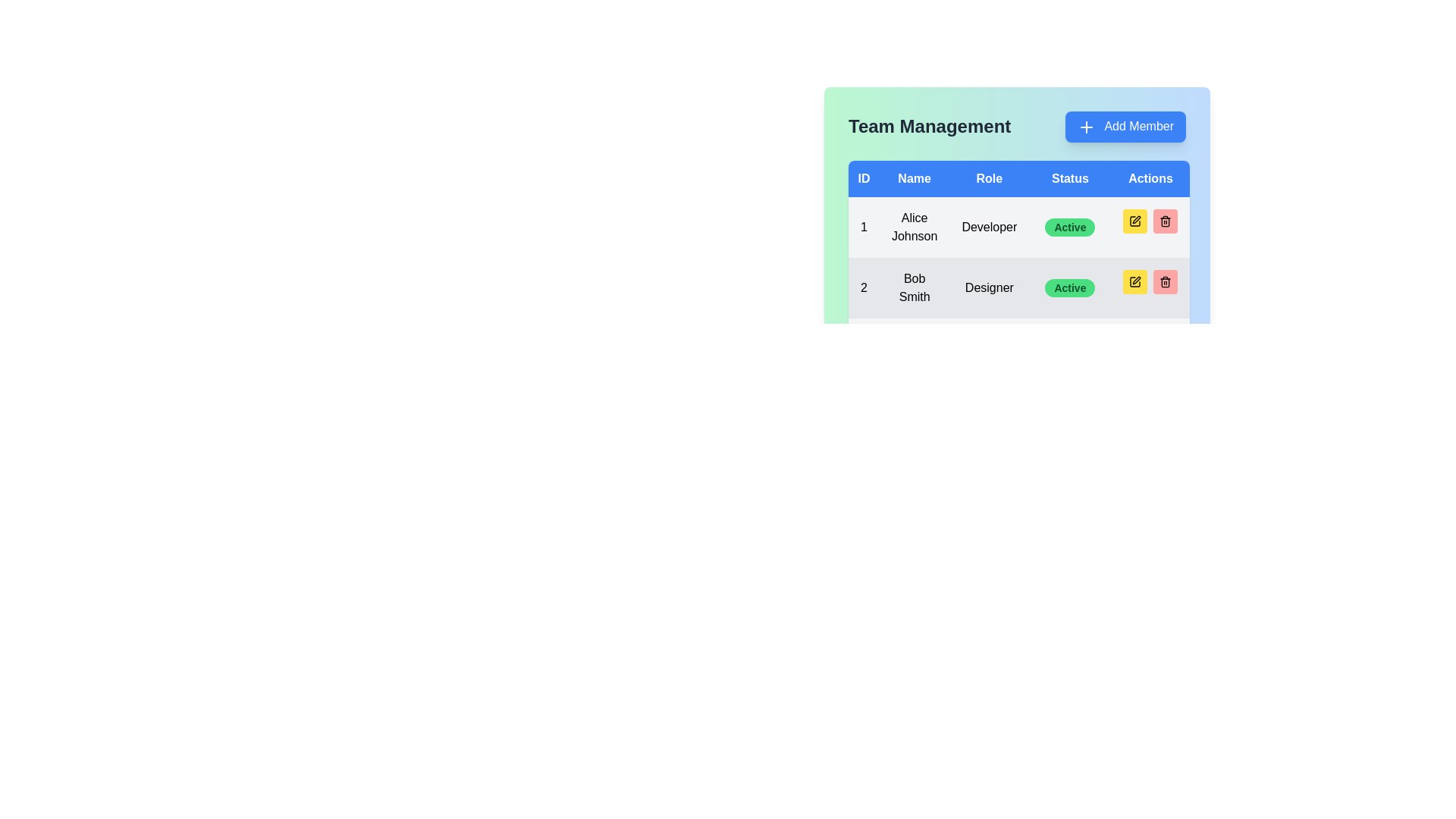 The width and height of the screenshot is (1456, 819). What do you see at coordinates (1069, 287) in the screenshot?
I see `the 'Active' status label in the 'Status' column of the second row representing 'Bob Smith' in the 'Team Management' section` at bounding box center [1069, 287].